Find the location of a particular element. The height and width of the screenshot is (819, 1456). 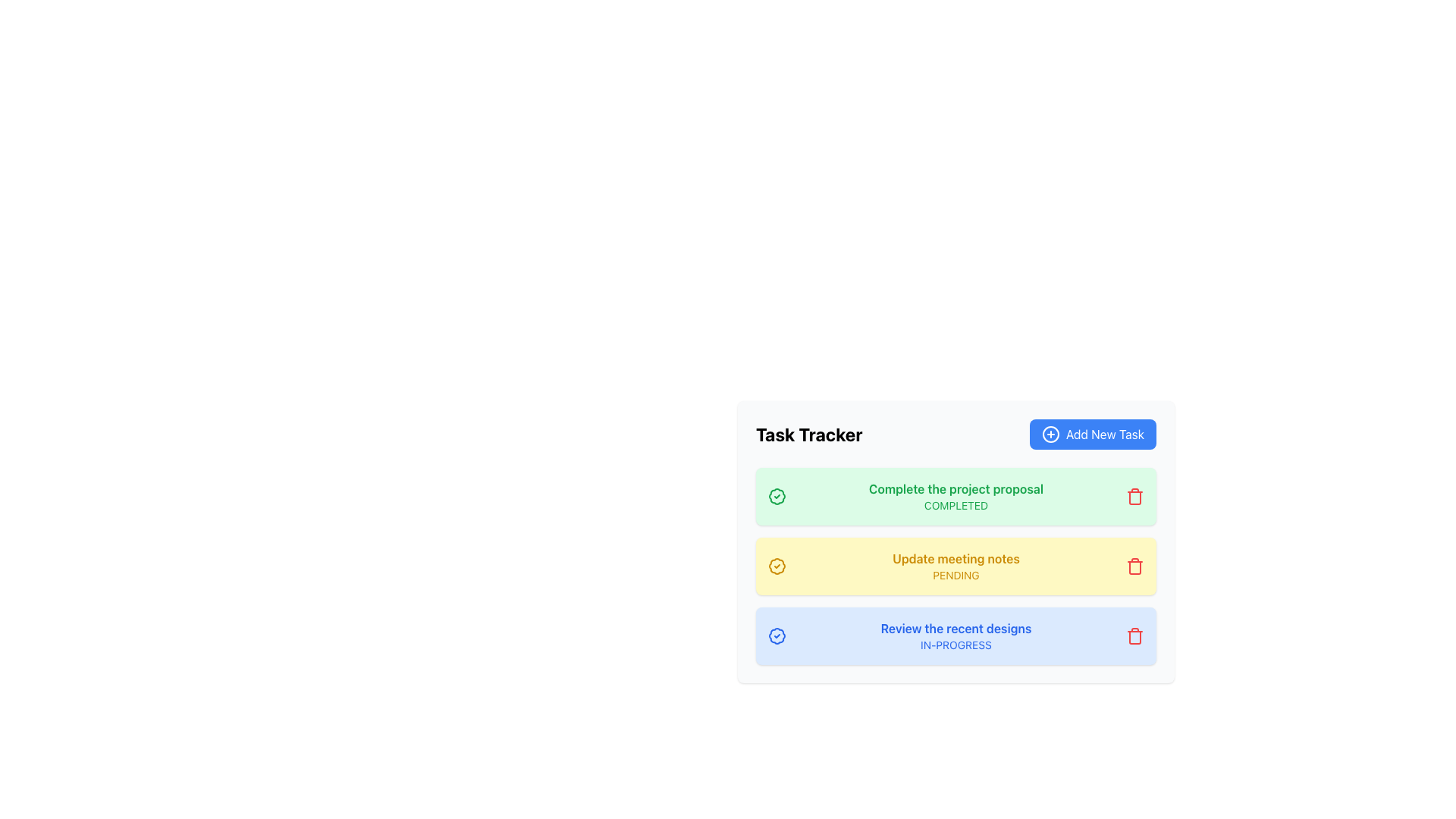

the task title of the second task item in the 'Task Tracker' application is located at coordinates (955, 566).